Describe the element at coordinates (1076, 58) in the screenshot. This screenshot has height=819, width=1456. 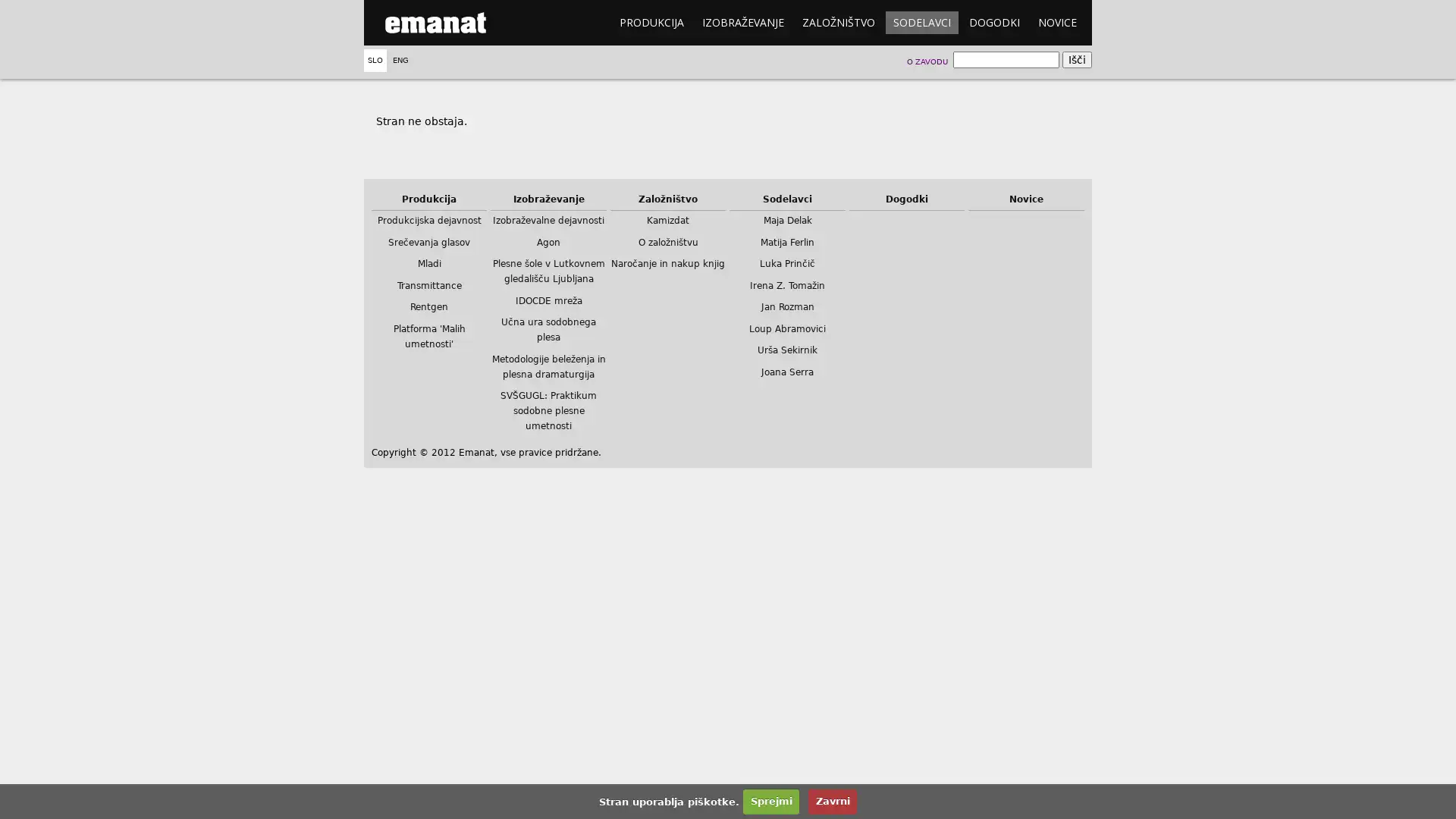
I see `Isci` at that location.